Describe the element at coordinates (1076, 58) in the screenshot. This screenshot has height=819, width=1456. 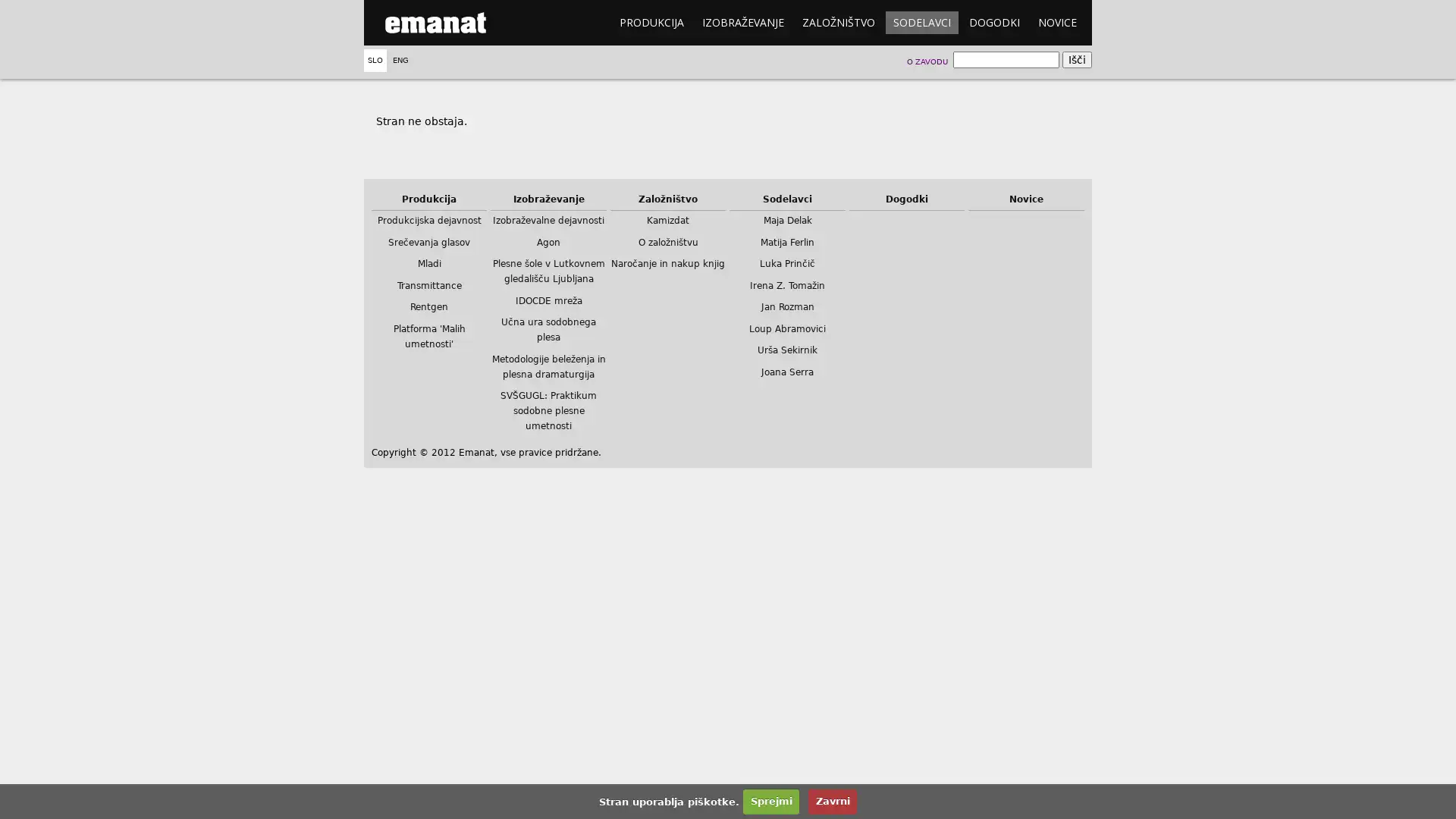
I see `Isci` at that location.